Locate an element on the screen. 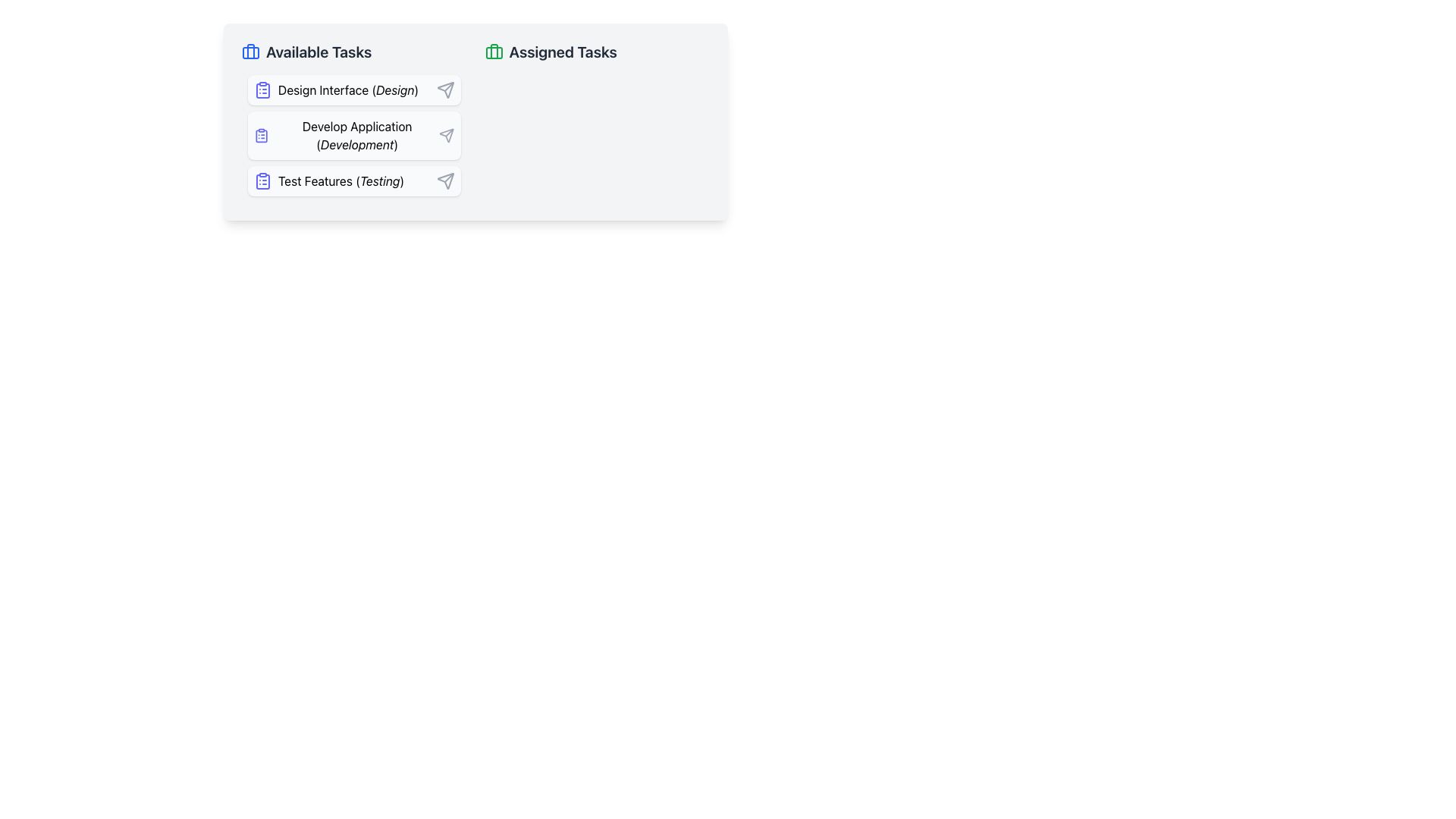  the 'Design Interface (Design)' task label, which is the first item in the 'Available Tasks' column is located at coordinates (347, 90).